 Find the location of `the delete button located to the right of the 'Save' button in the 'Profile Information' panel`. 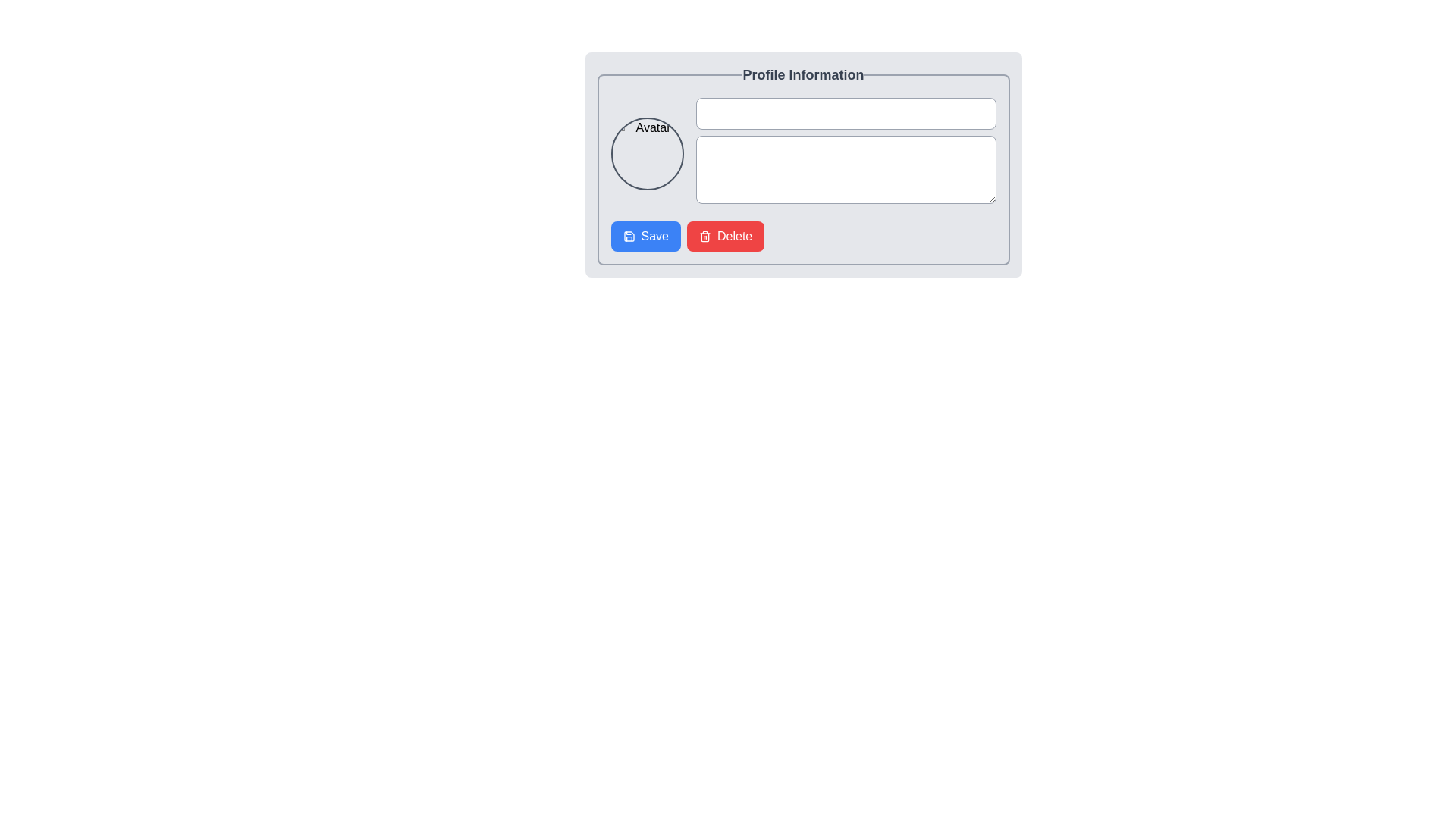

the delete button located to the right of the 'Save' button in the 'Profile Information' panel is located at coordinates (725, 237).